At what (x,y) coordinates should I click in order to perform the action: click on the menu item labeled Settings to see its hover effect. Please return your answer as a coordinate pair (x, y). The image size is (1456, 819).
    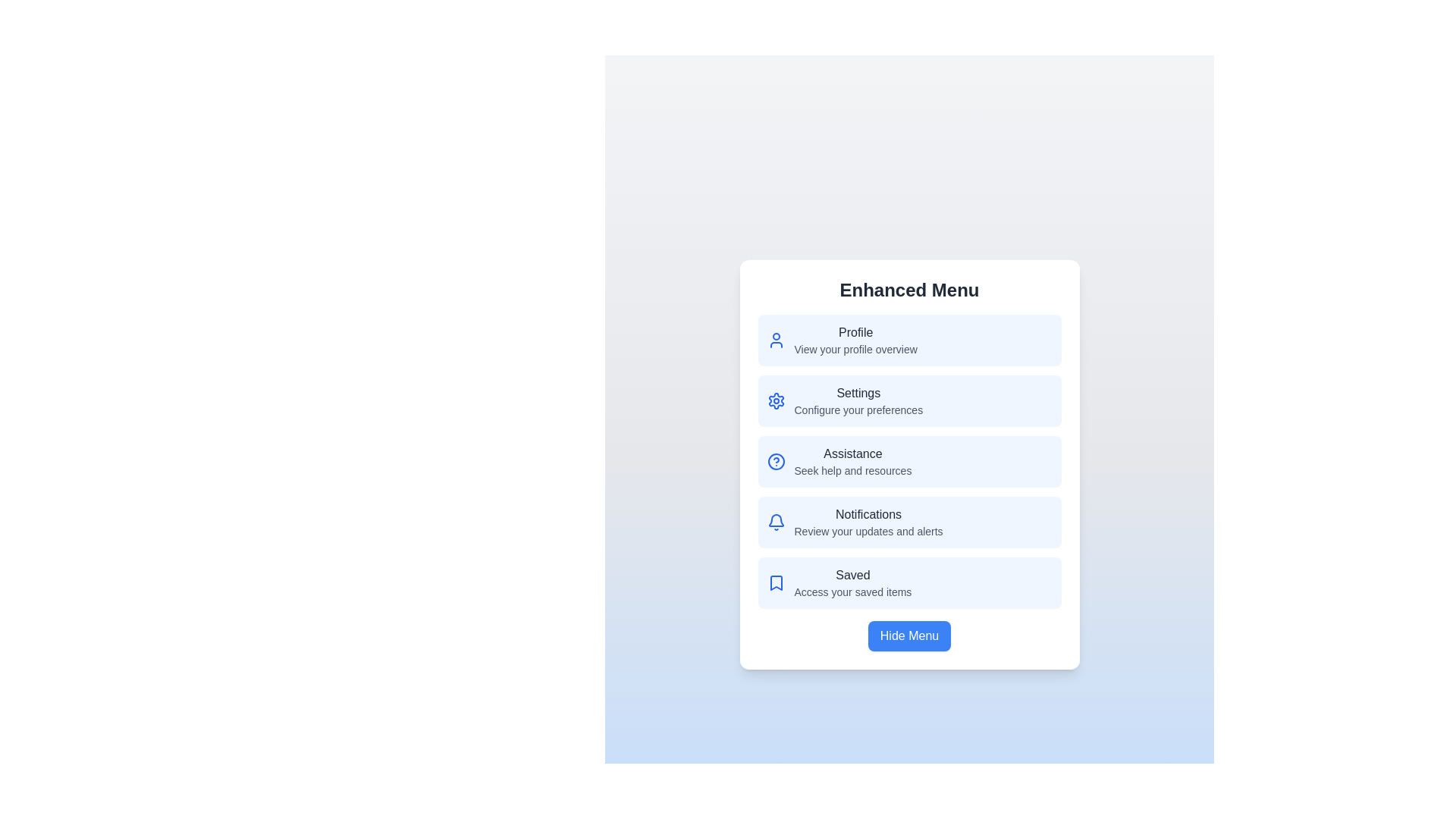
    Looking at the image, I should click on (909, 400).